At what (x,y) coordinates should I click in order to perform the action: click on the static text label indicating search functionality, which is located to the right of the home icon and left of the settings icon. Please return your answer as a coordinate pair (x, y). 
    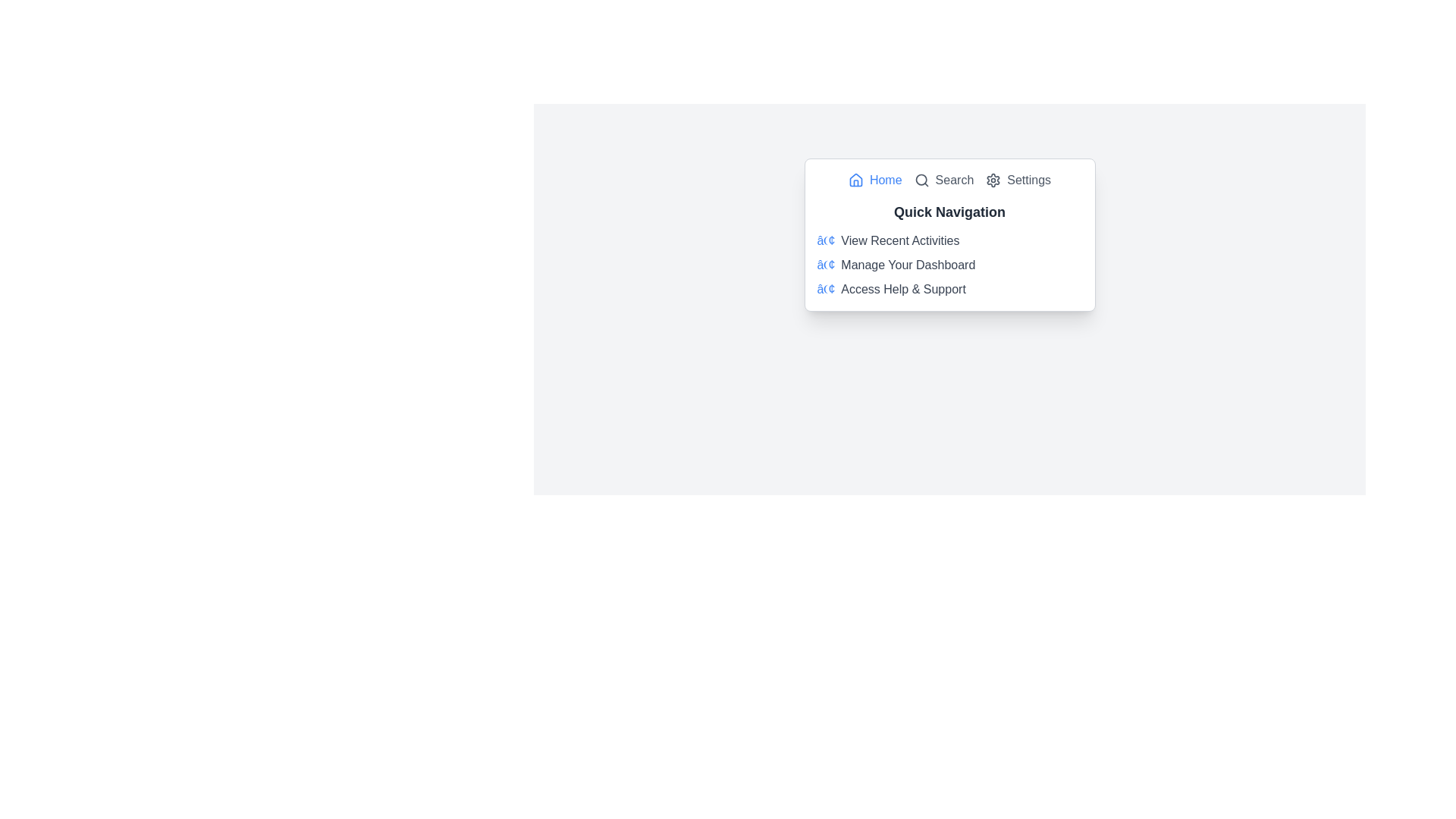
    Looking at the image, I should click on (953, 180).